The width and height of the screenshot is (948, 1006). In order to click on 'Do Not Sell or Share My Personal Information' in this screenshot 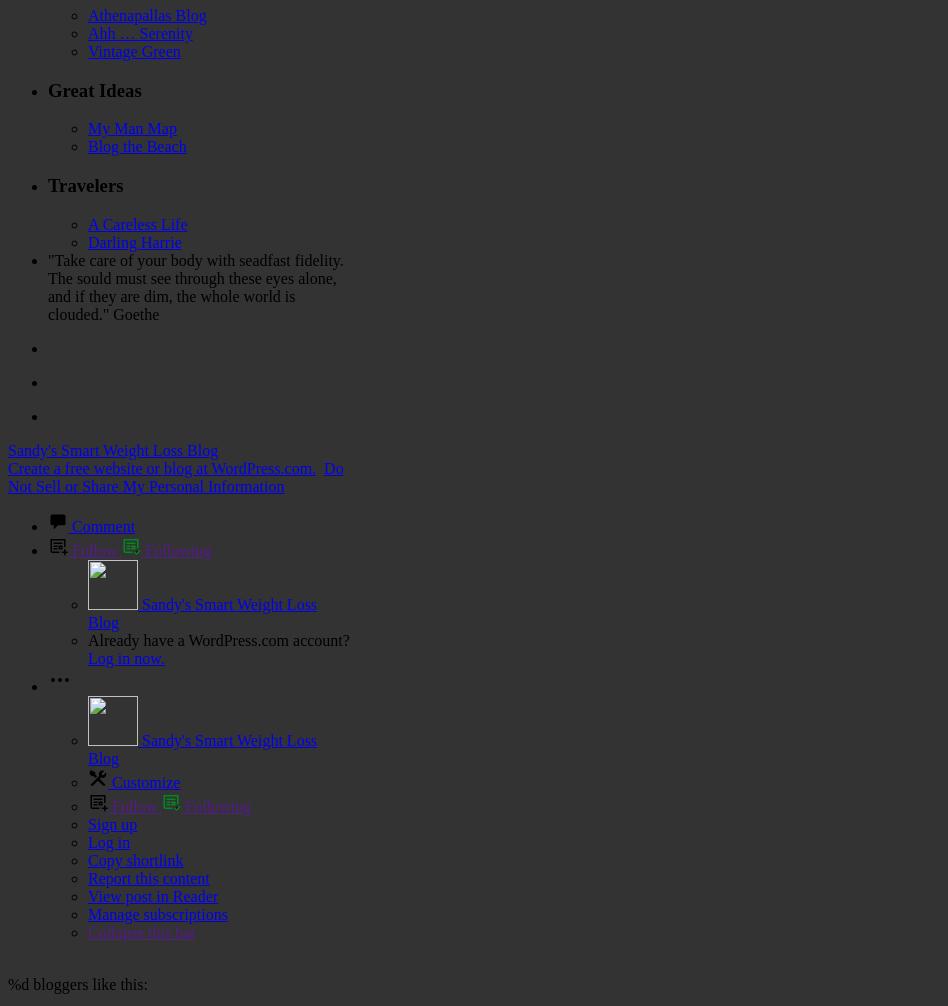, I will do `click(174, 475)`.